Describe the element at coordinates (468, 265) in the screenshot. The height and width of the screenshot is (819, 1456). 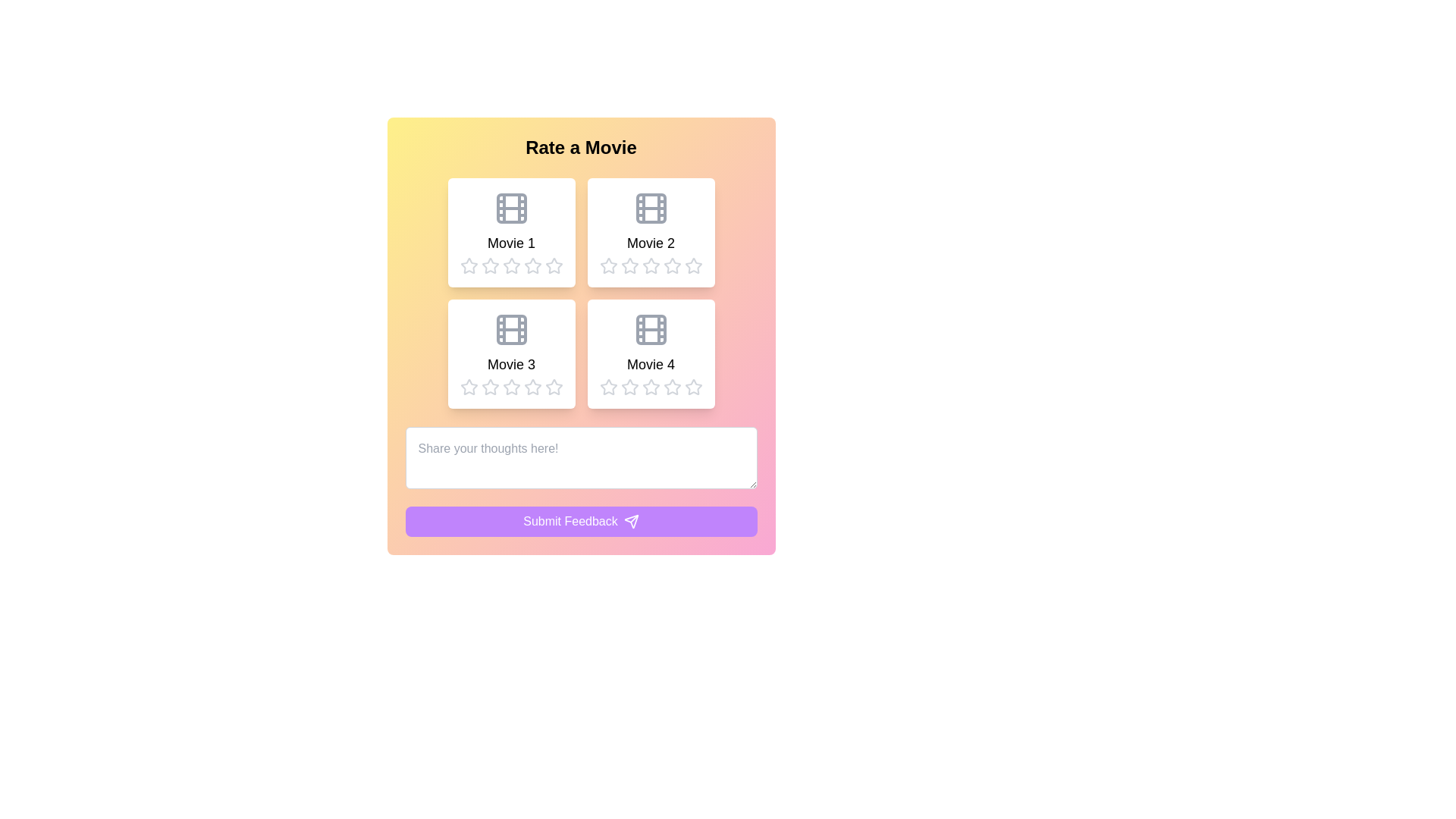
I see `the first star in the horizontal sequence of rating stars located beneath 'Movie 1' to set a rating` at that location.